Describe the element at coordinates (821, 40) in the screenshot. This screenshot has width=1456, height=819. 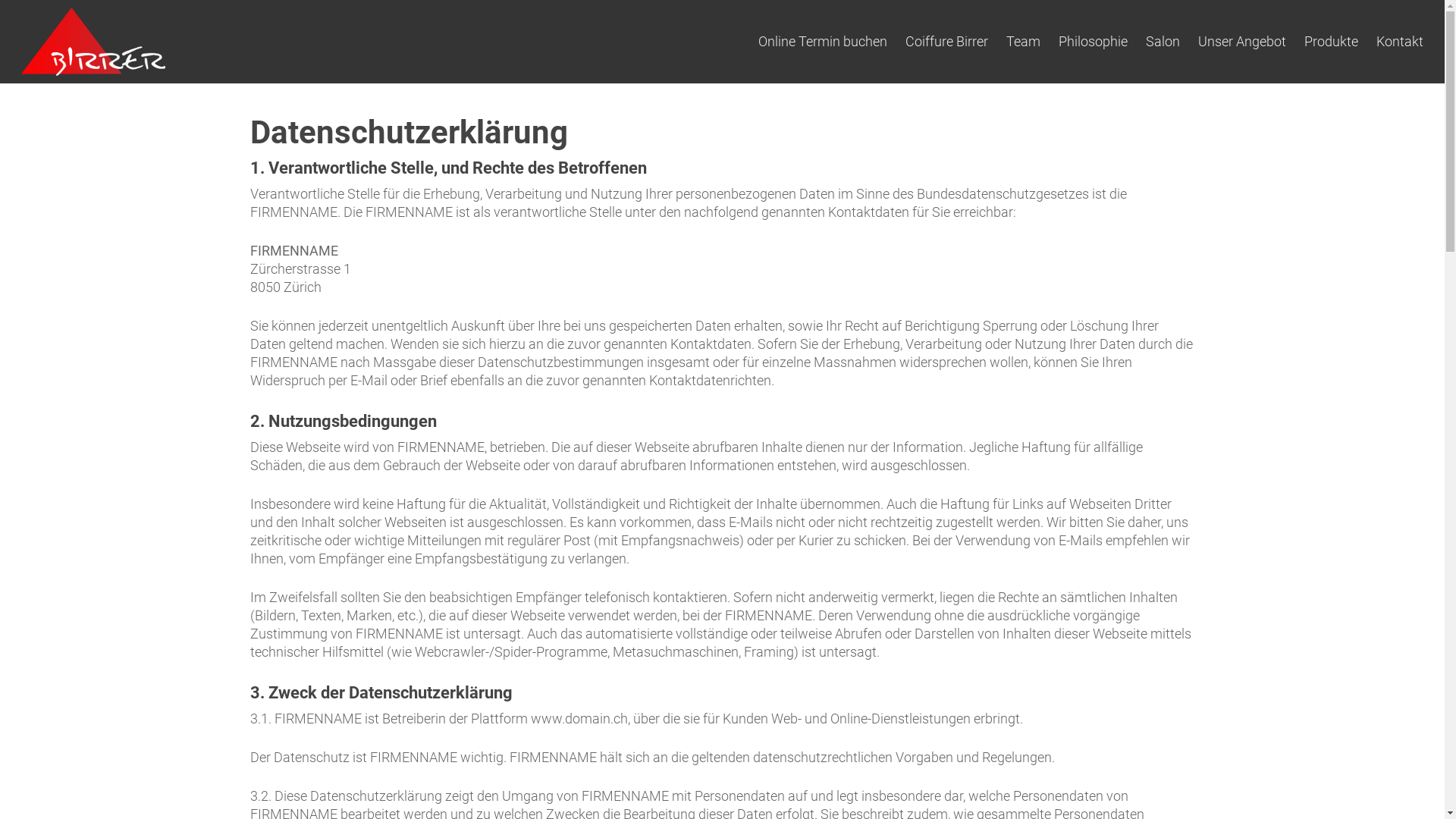
I see `'Online Termin buchen'` at that location.